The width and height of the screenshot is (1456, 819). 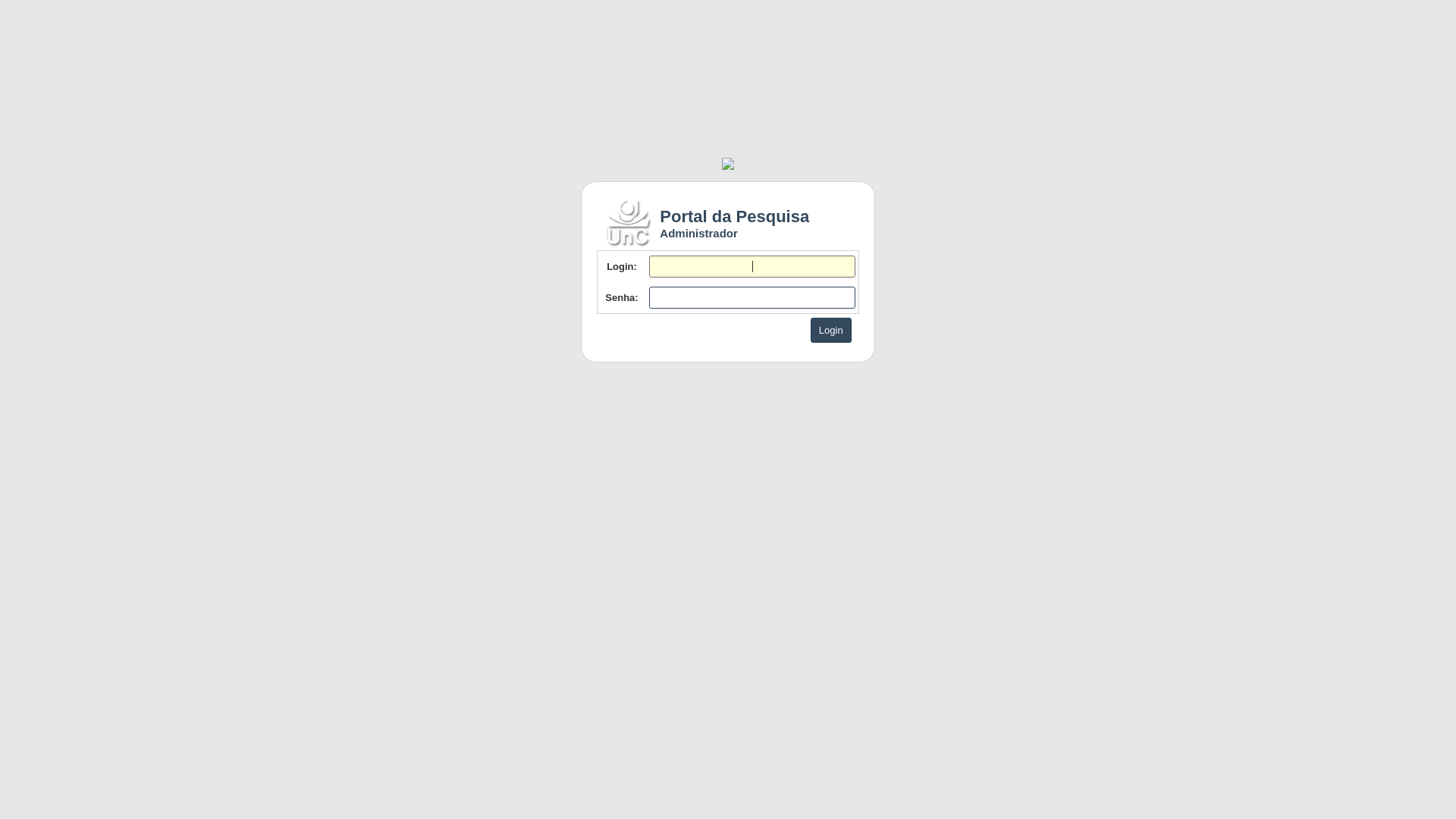 What do you see at coordinates (830, 328) in the screenshot?
I see `'Login'` at bounding box center [830, 328].